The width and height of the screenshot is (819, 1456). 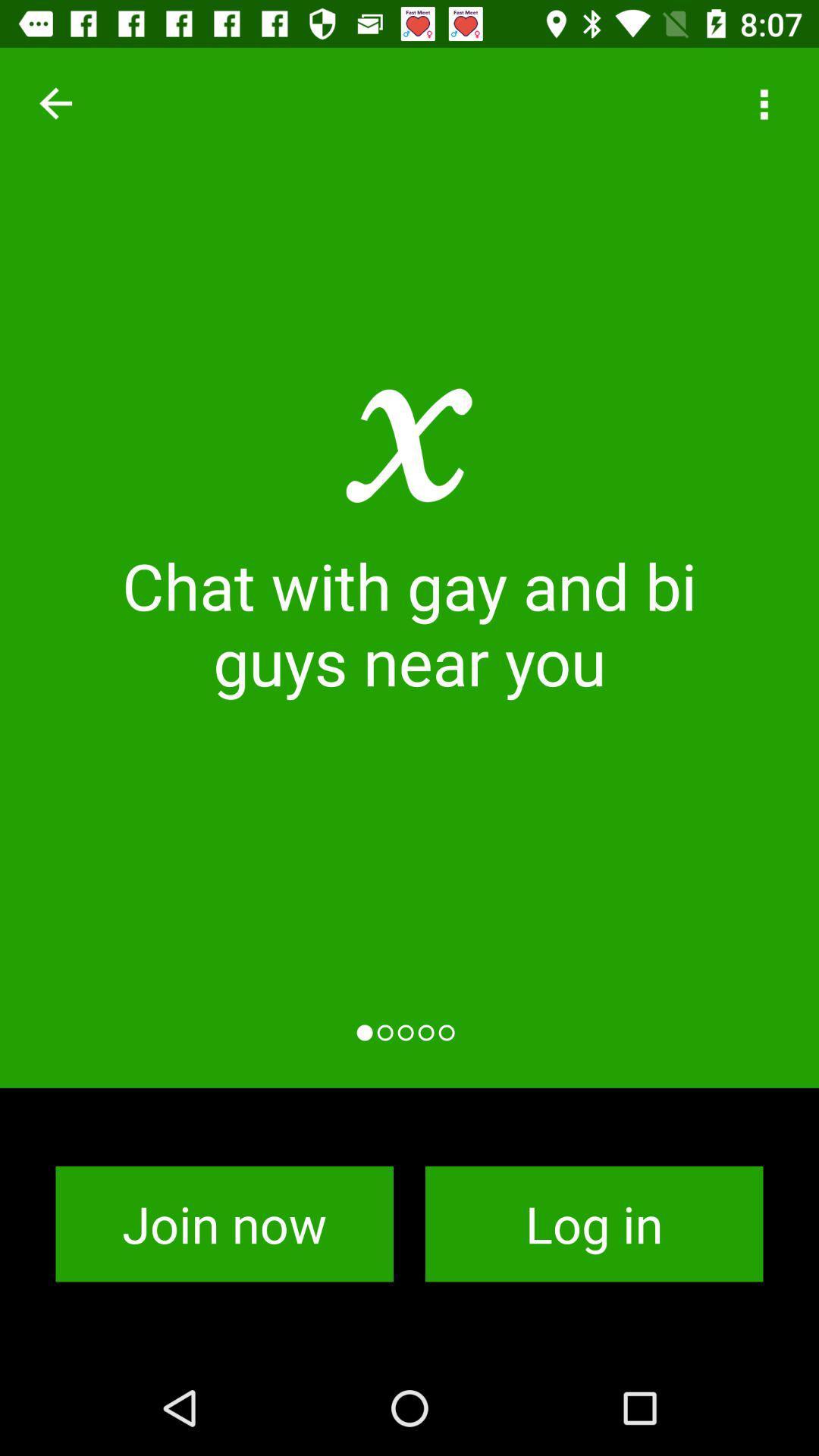 I want to click on the log in item, so click(x=593, y=1224).